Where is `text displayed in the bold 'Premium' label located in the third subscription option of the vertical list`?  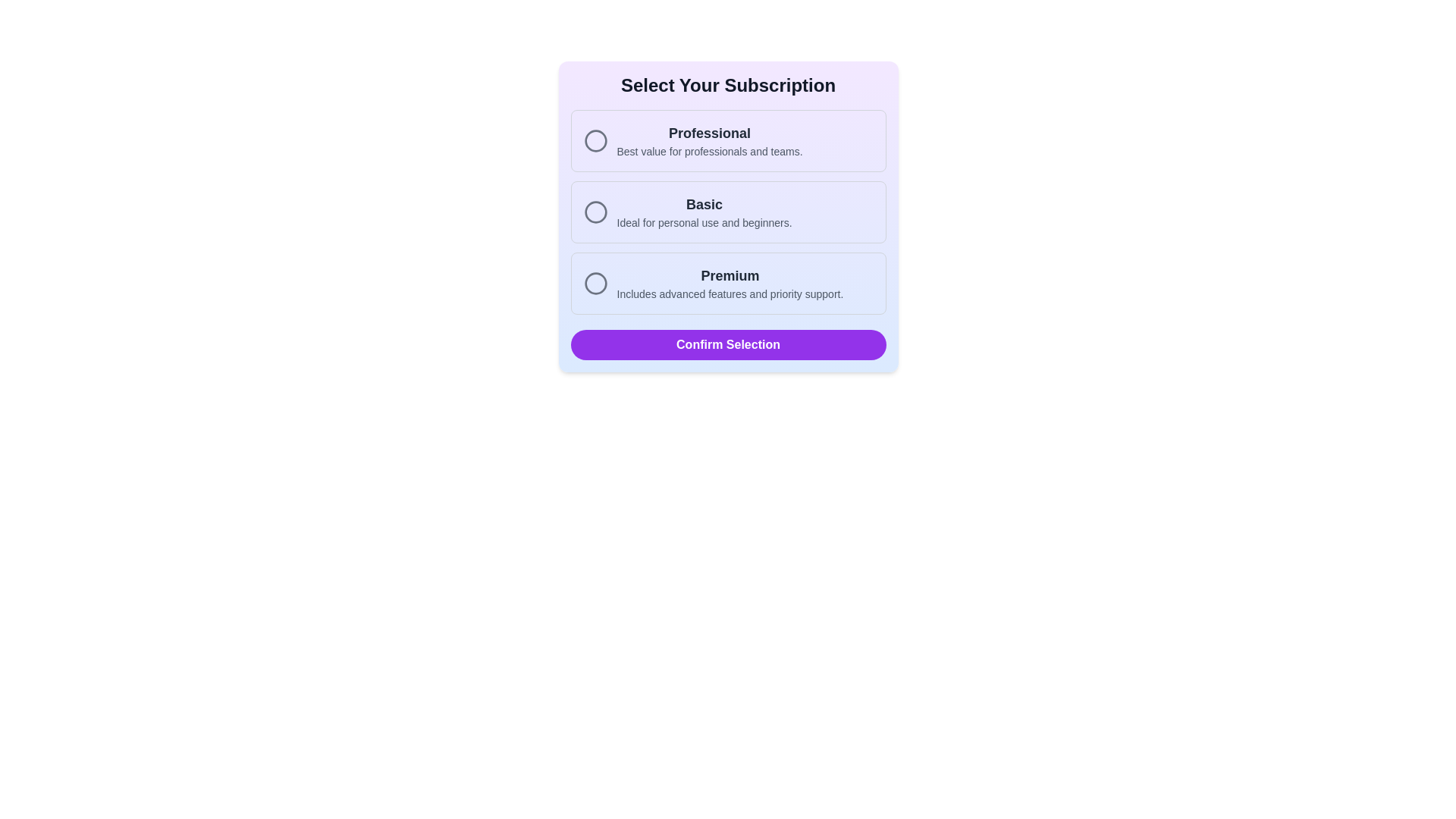 text displayed in the bold 'Premium' label located in the third subscription option of the vertical list is located at coordinates (730, 275).